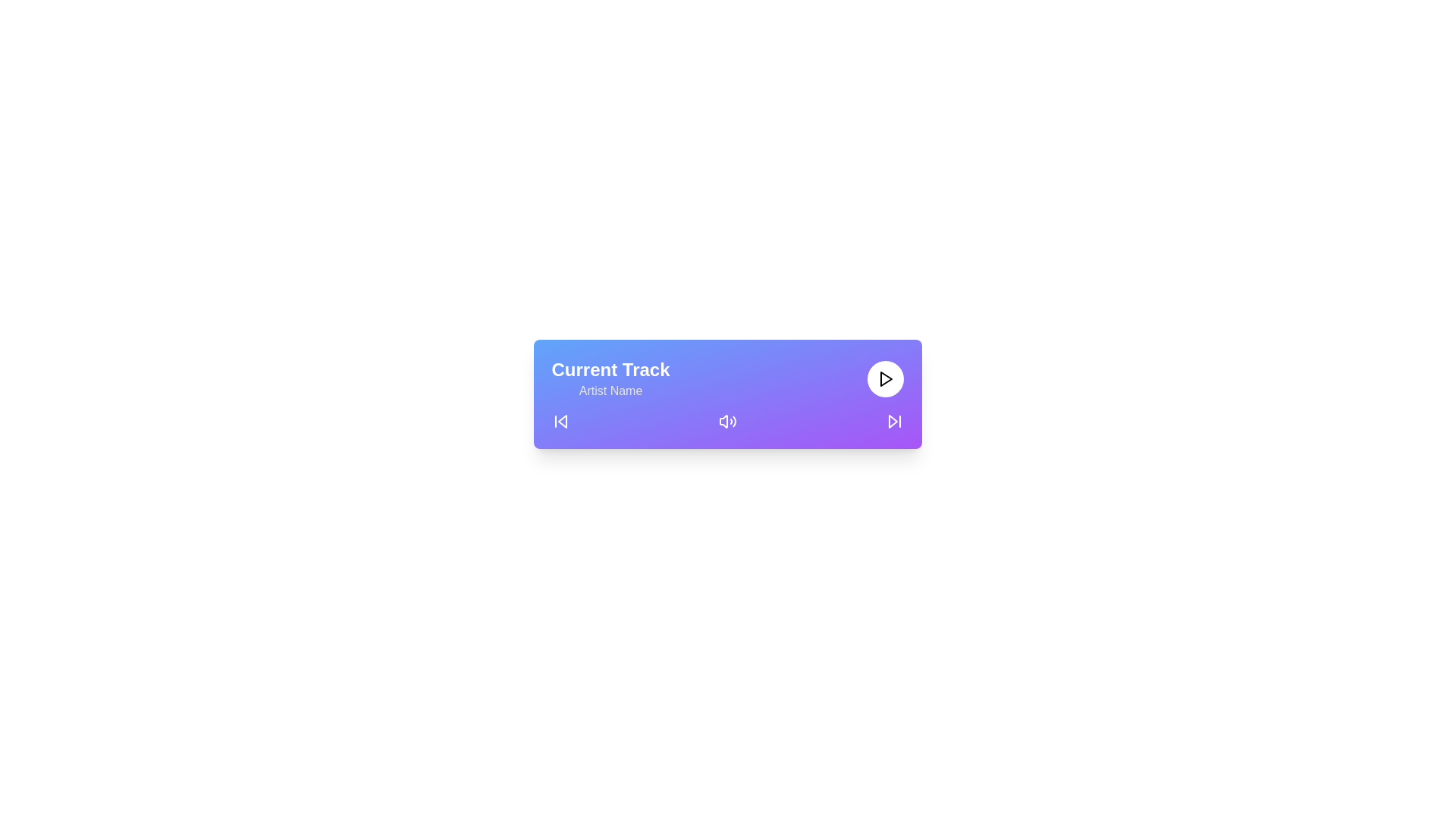 The height and width of the screenshot is (819, 1456). Describe the element at coordinates (561, 421) in the screenshot. I see `the backward navigation icon located at the bottom left of the interface, which visually indicates the option to move backward or to the previous state` at that location.